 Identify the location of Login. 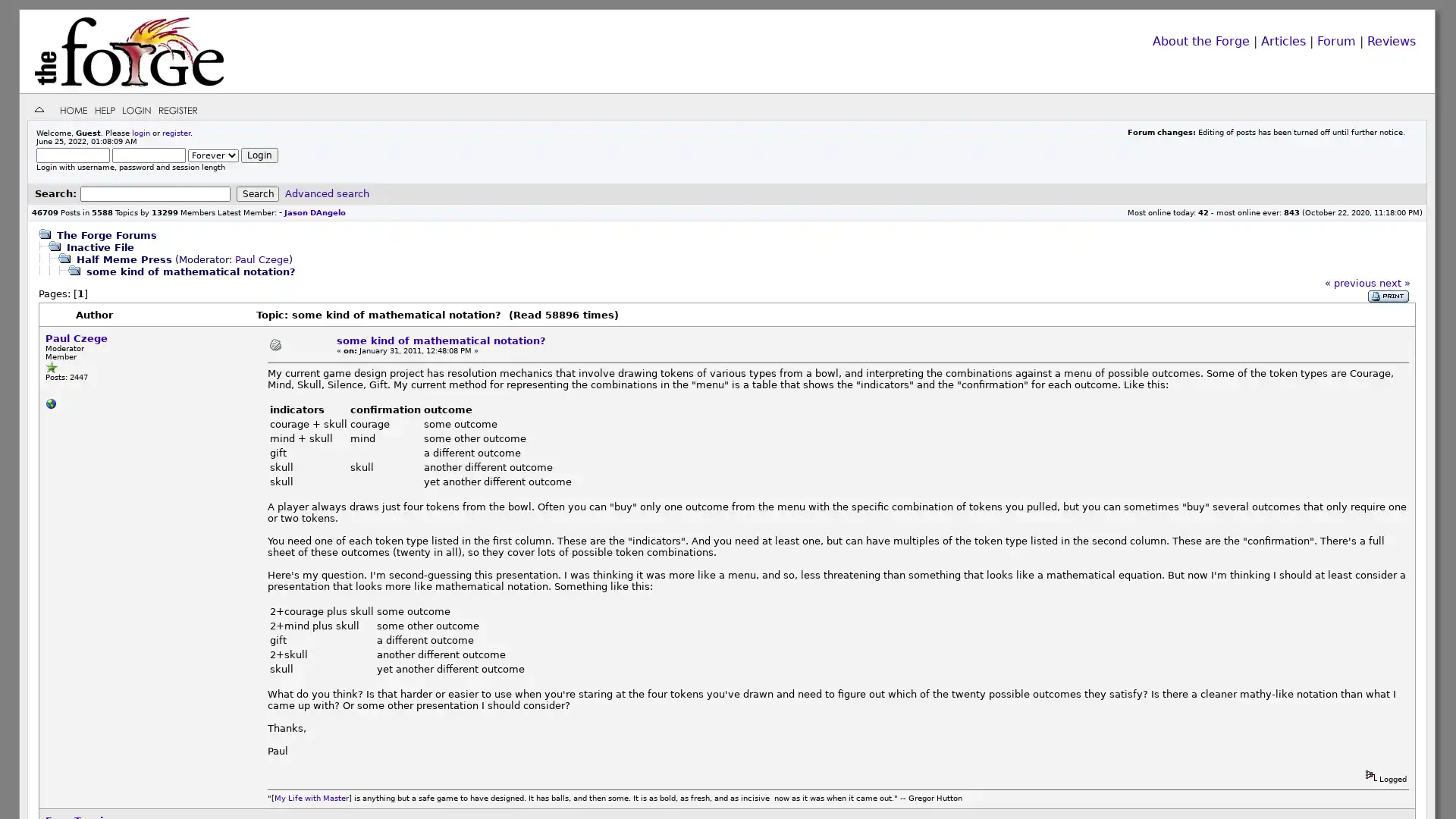
(259, 155).